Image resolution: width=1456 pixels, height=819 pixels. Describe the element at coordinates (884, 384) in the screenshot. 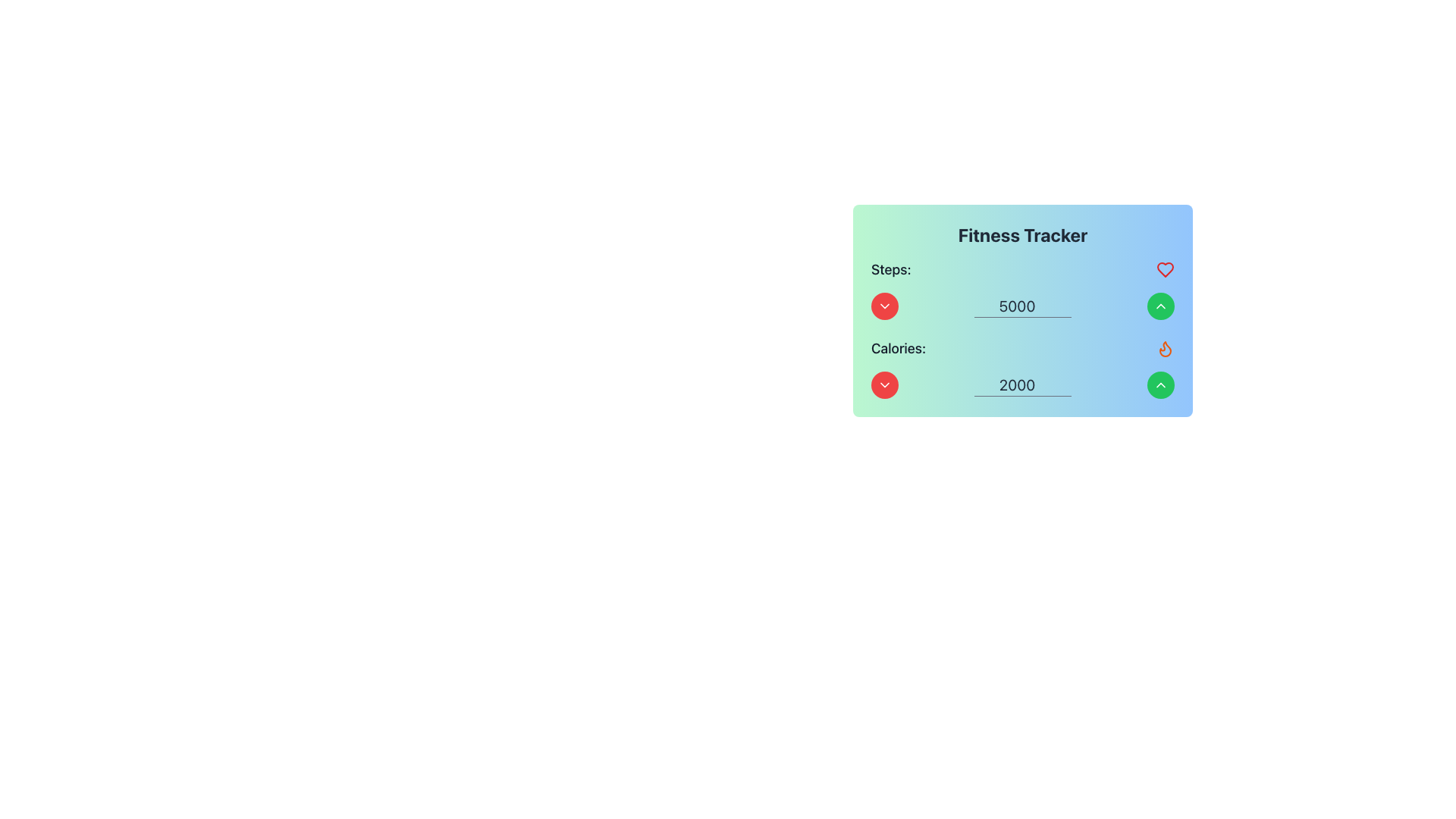

I see `the vibrant red rounded button with a white downward-pointing chevron icon to trigger a visual response` at that location.